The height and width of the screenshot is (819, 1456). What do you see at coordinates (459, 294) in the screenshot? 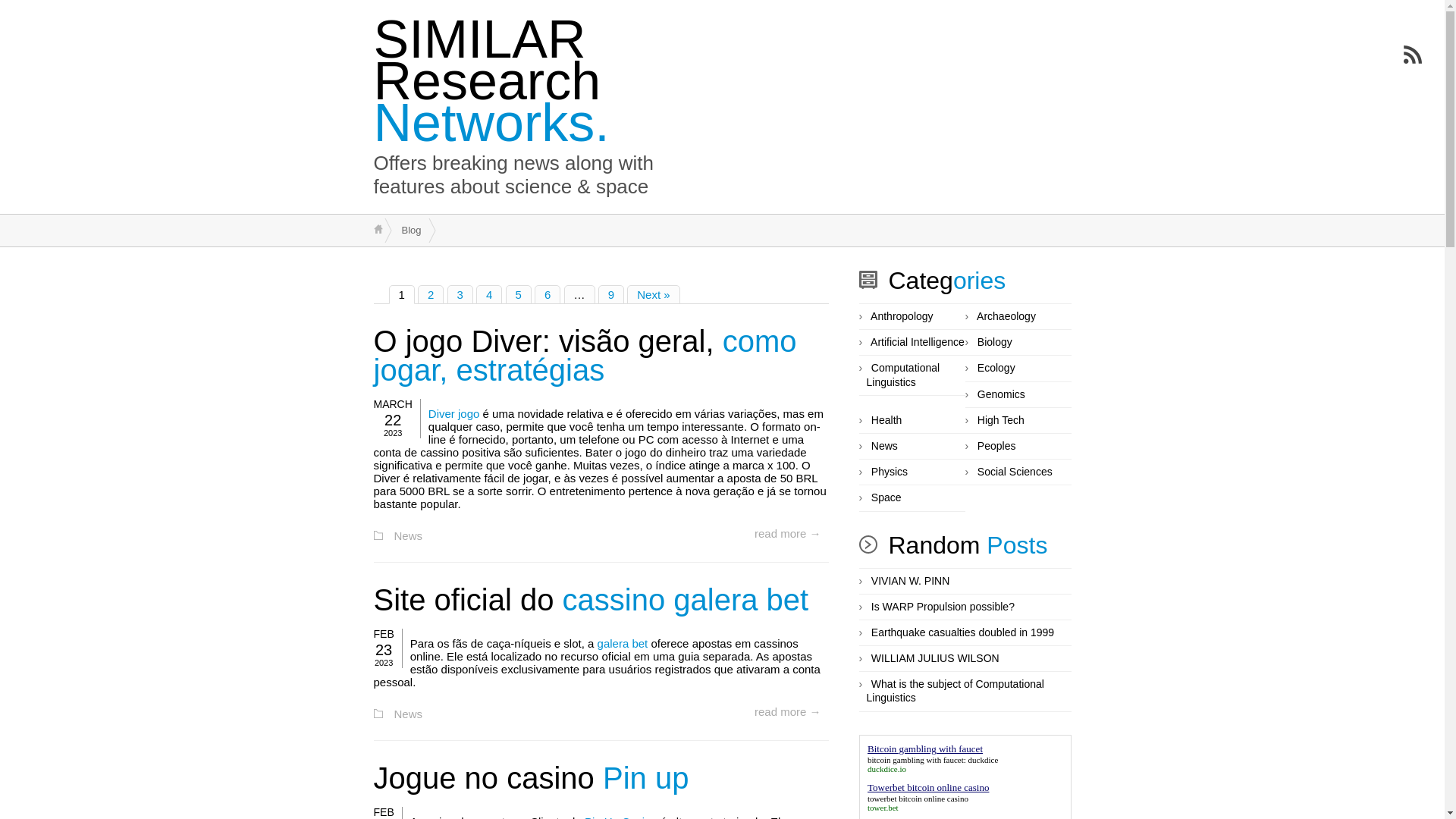
I see `'3'` at bounding box center [459, 294].